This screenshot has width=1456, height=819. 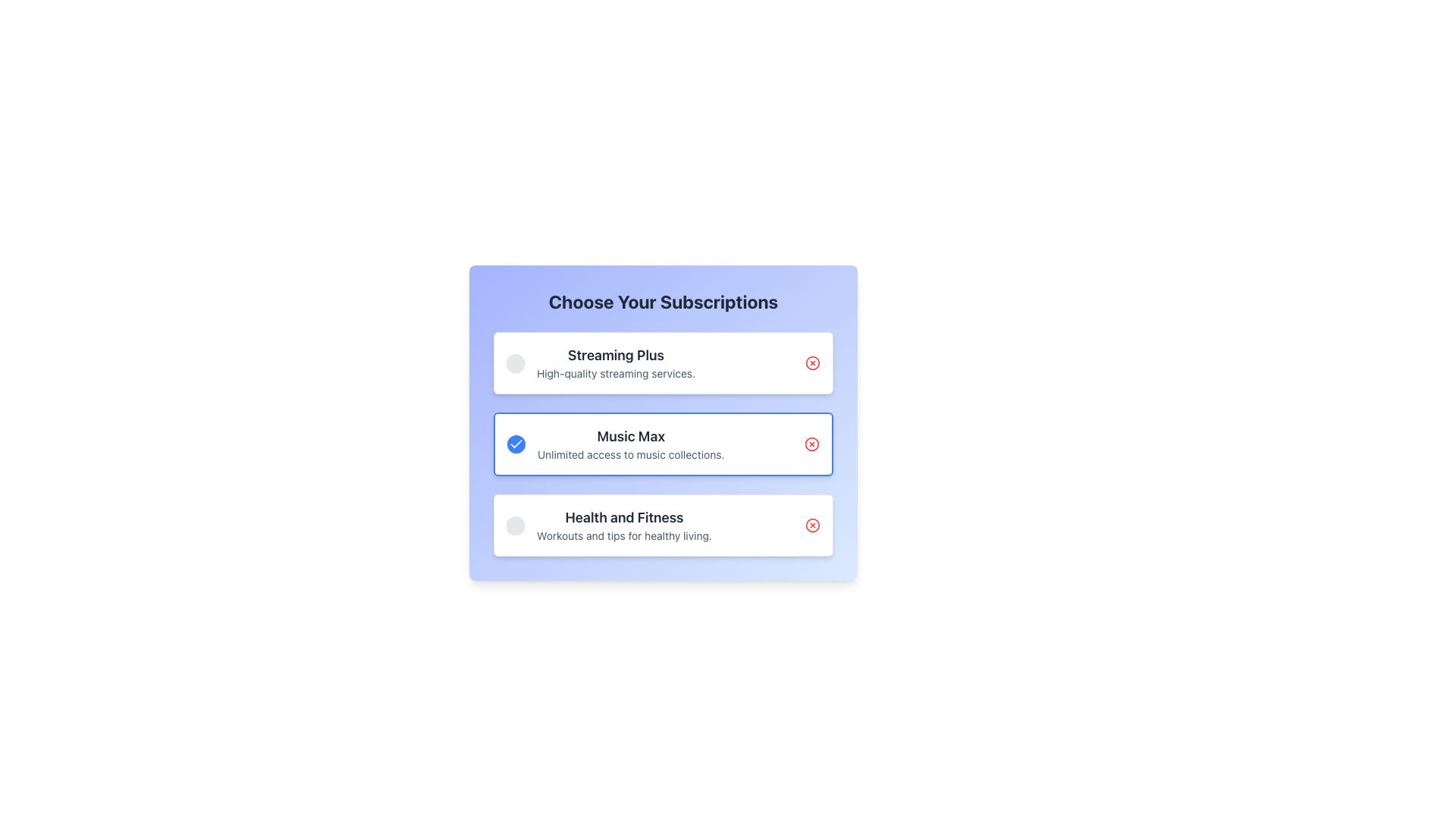 What do you see at coordinates (609, 525) in the screenshot?
I see `the 'Health and Fitness' subscription category list item` at bounding box center [609, 525].